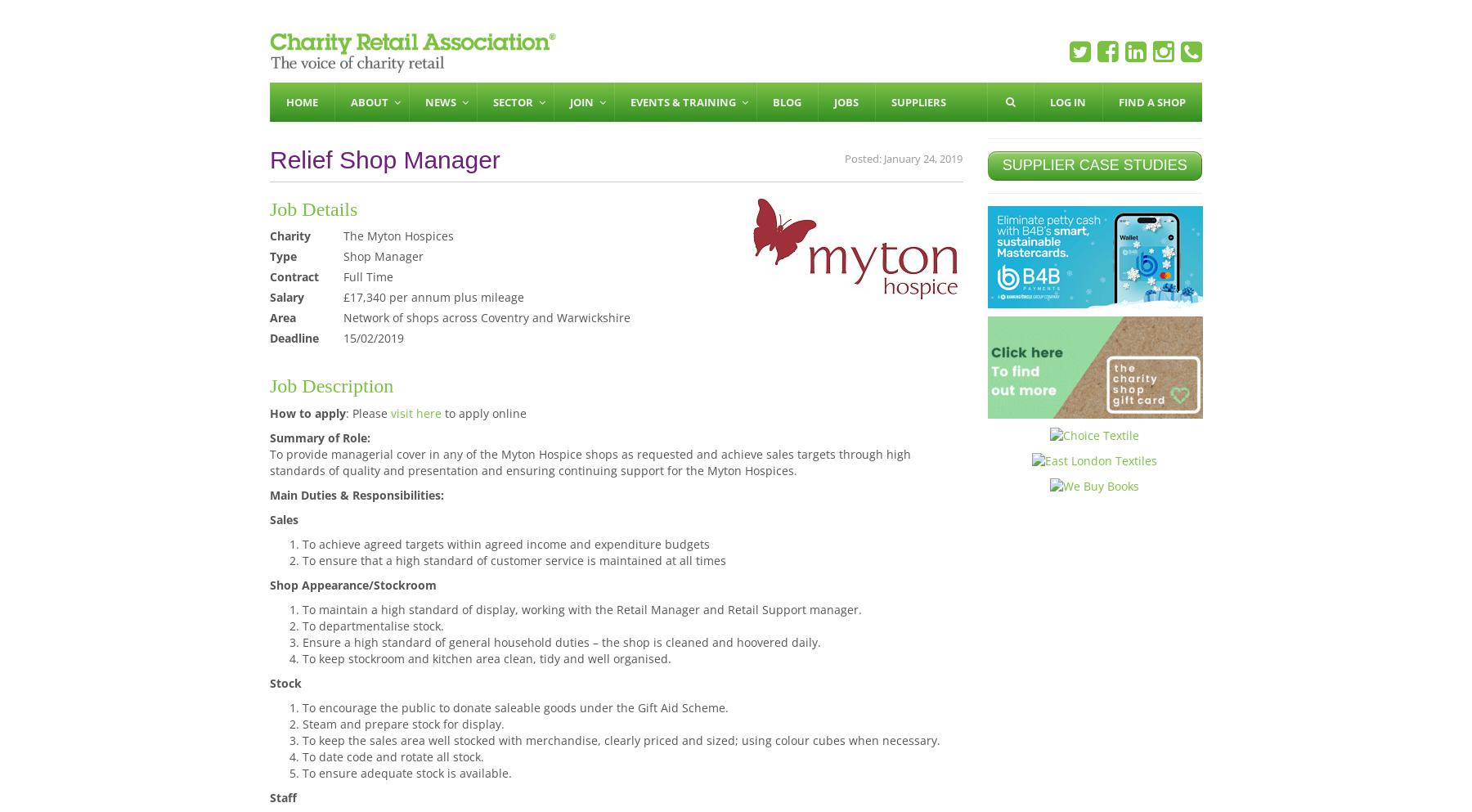  What do you see at coordinates (392, 755) in the screenshot?
I see `'To date code and rotate all stock.'` at bounding box center [392, 755].